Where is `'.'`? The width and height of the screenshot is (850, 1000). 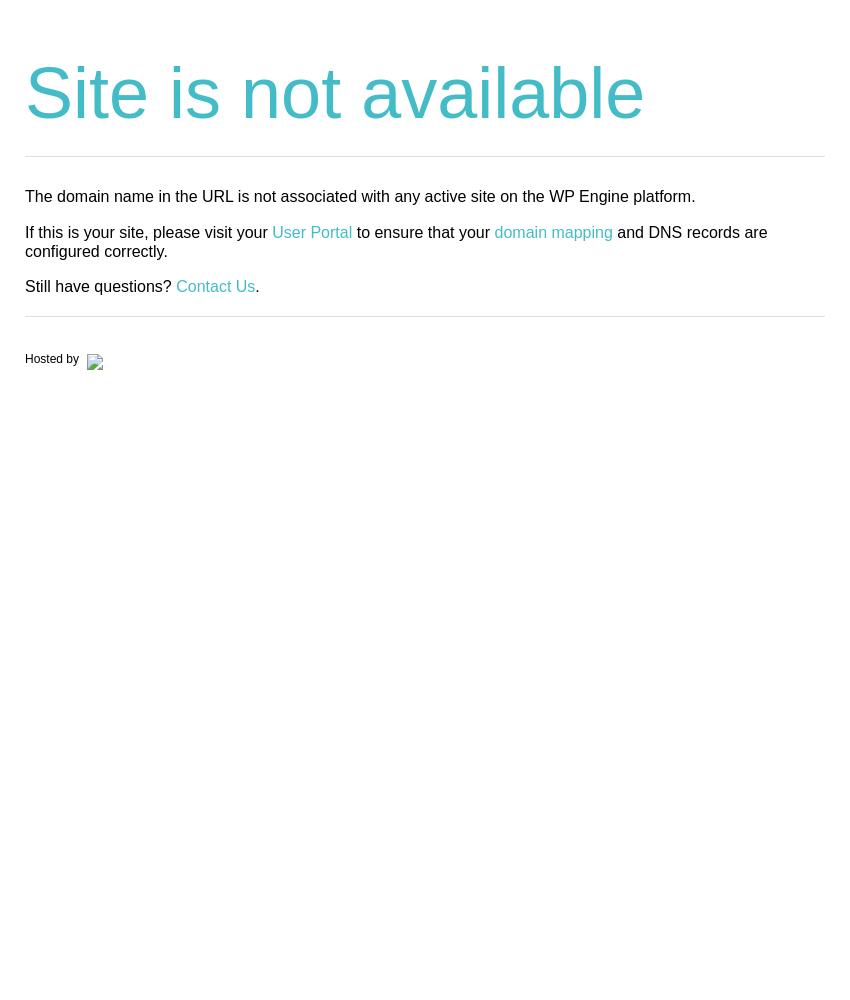
'.' is located at coordinates (256, 285).